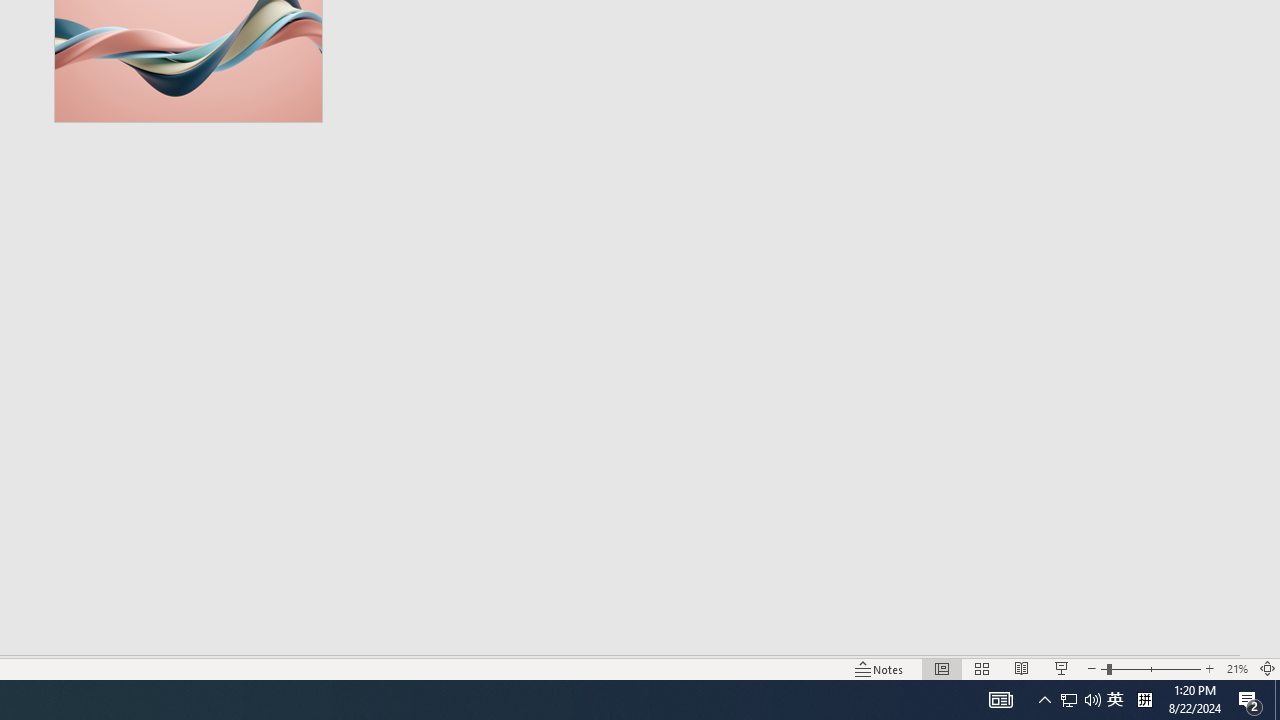  What do you see at coordinates (1236, 669) in the screenshot?
I see `'Zoom 21%'` at bounding box center [1236, 669].